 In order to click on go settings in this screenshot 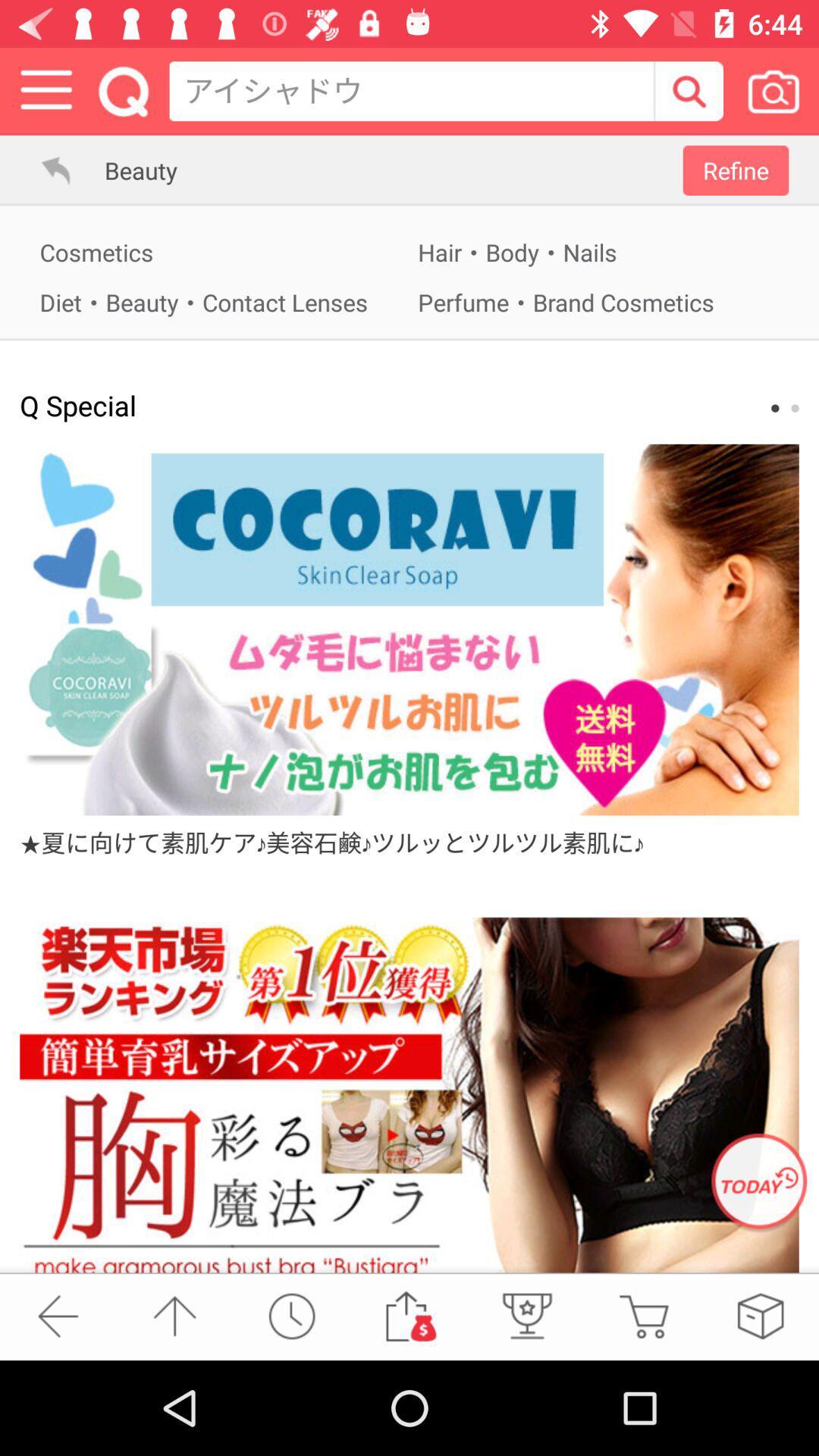, I will do `click(45, 90)`.